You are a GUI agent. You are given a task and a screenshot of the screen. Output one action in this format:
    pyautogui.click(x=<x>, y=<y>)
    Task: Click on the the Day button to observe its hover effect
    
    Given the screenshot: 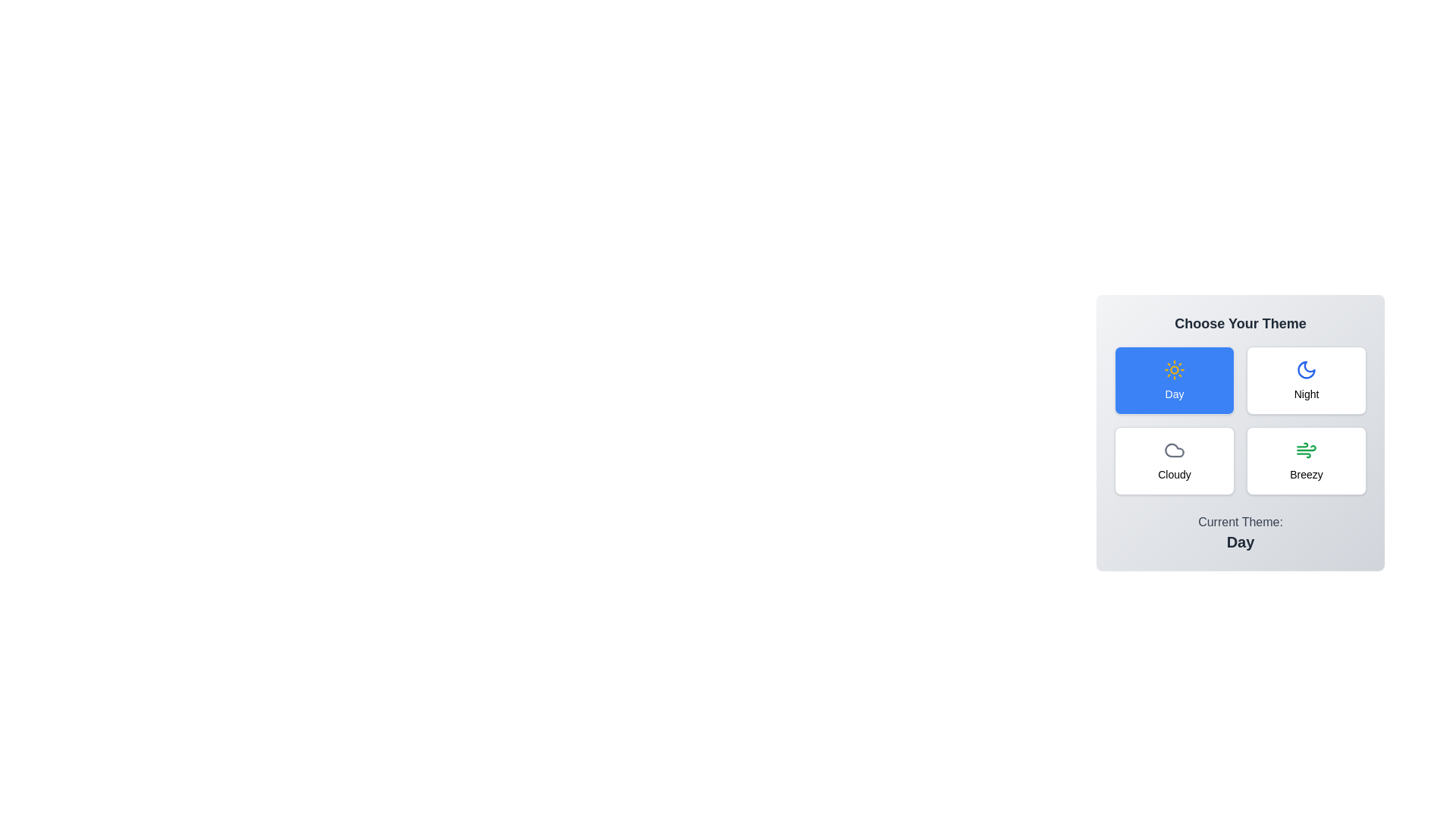 What is the action you would take?
    pyautogui.click(x=1174, y=379)
    